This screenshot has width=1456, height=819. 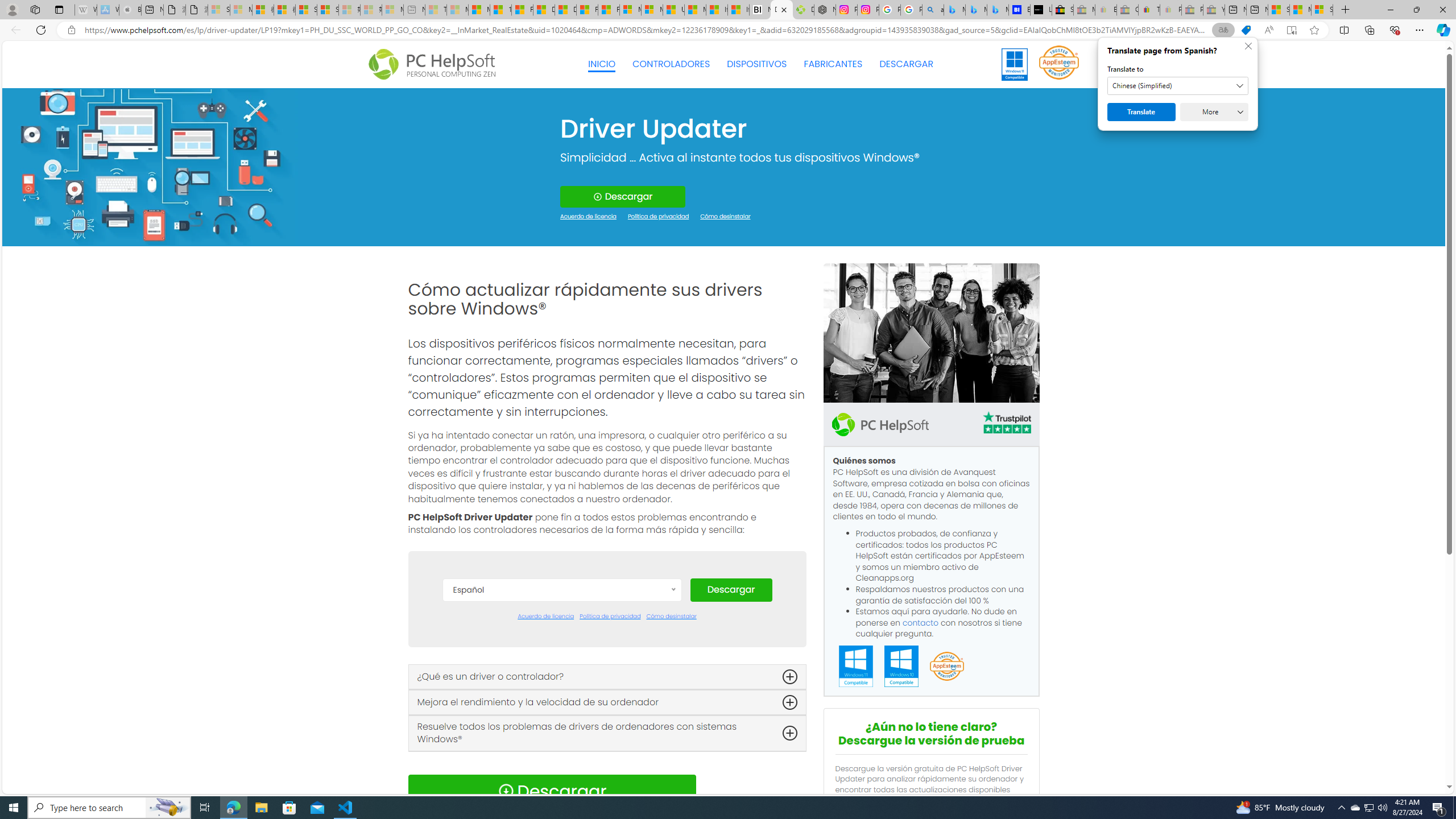 What do you see at coordinates (601, 64) in the screenshot?
I see `'INICIO'` at bounding box center [601, 64].